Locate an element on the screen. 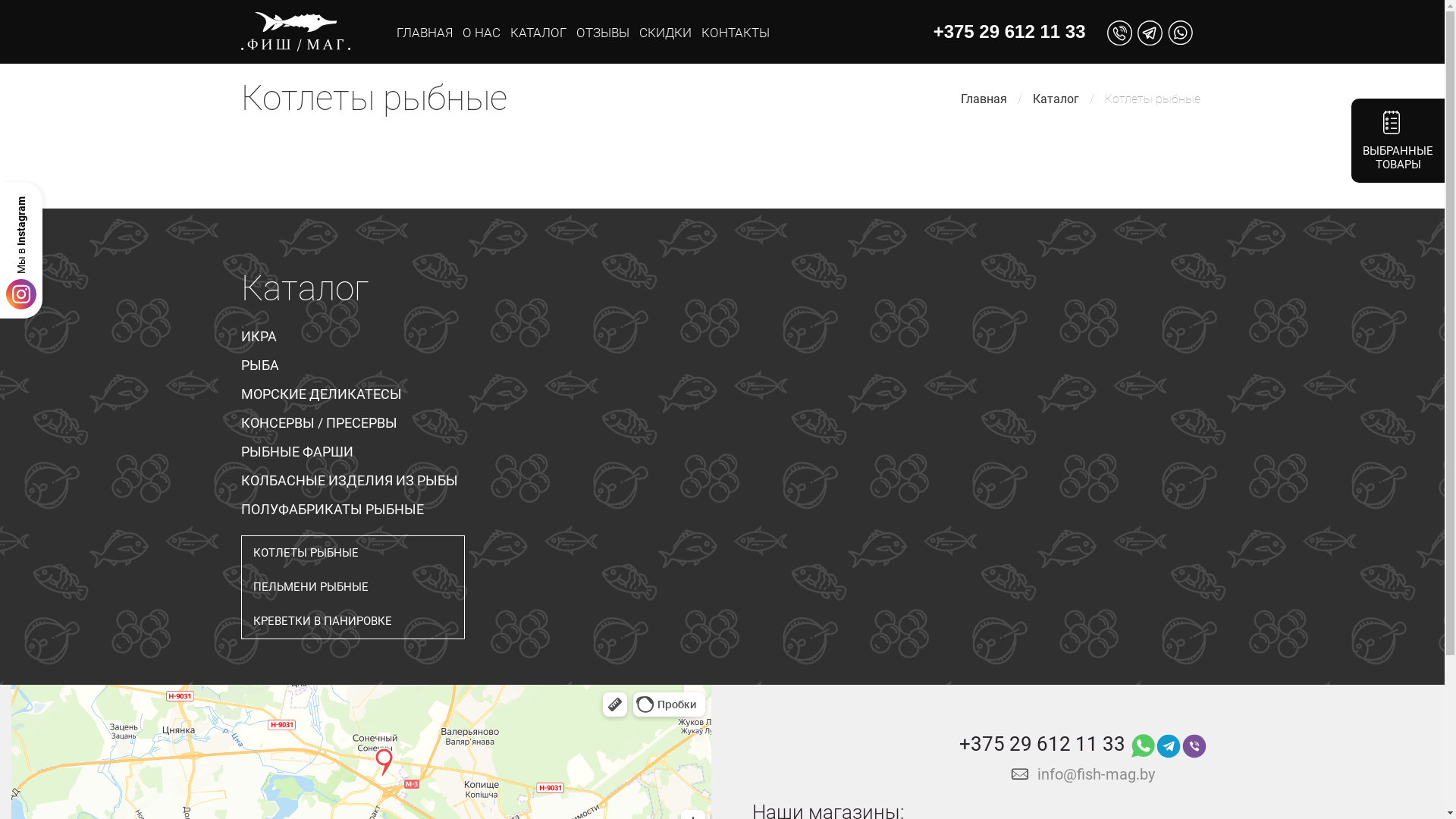  '+375 29 612 11 33' is located at coordinates (1041, 748).